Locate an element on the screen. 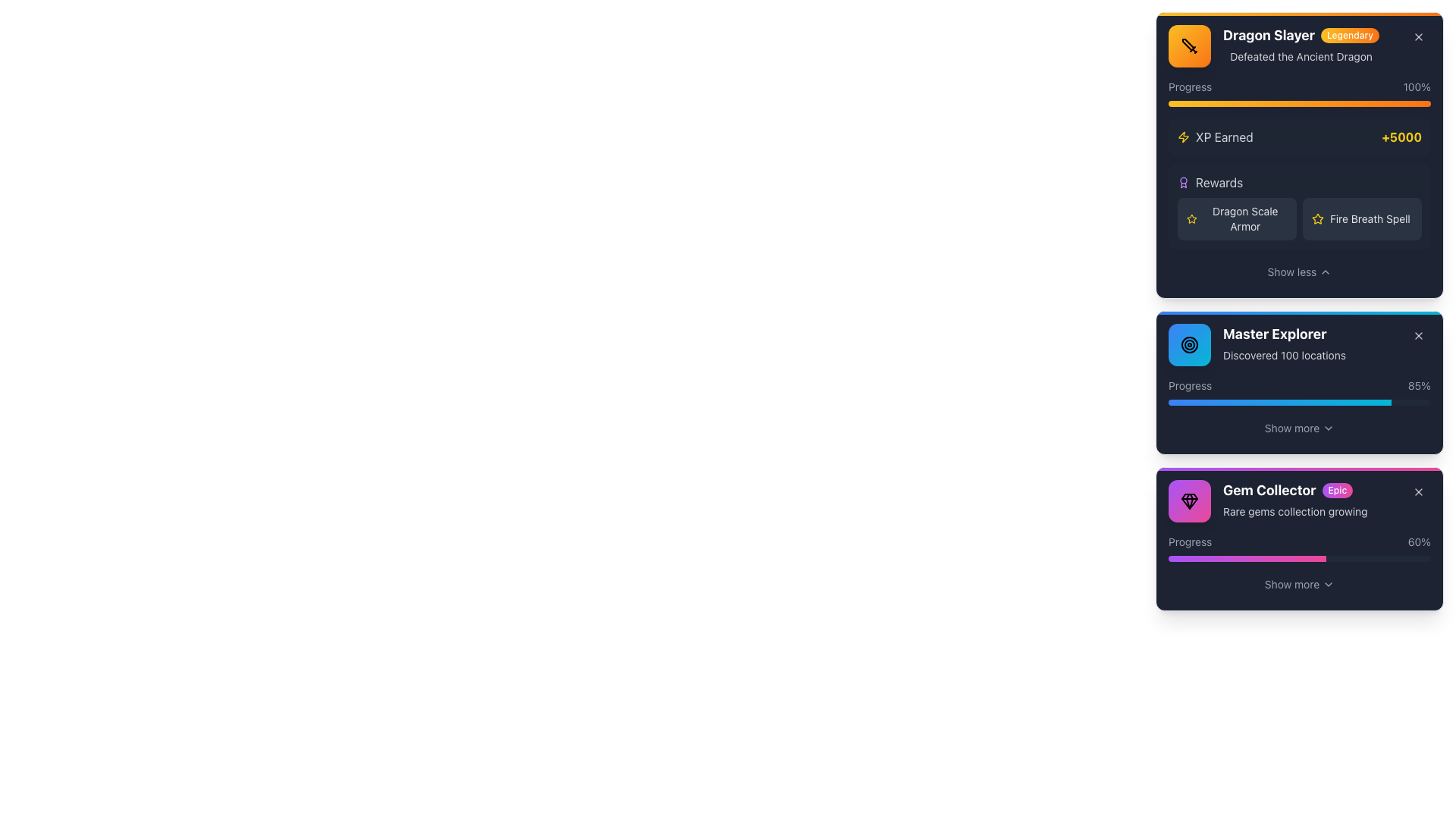  the progress value is located at coordinates (1180, 558).